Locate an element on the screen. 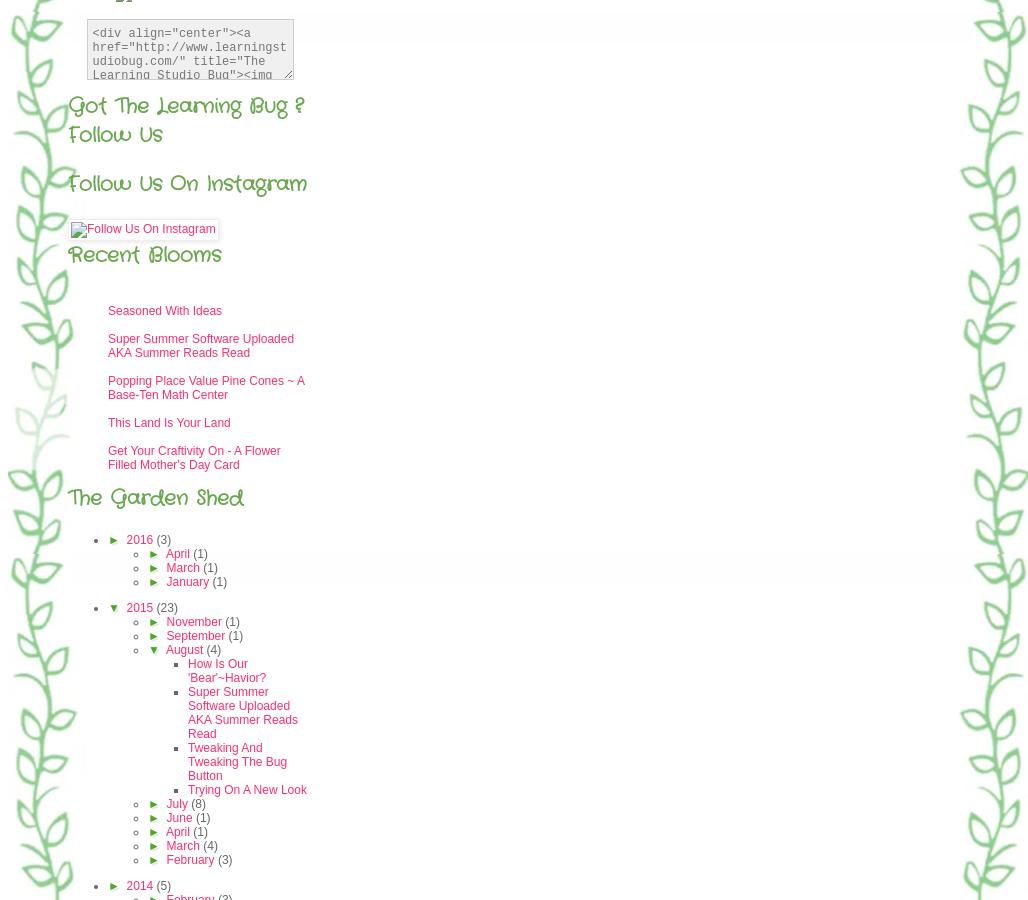 The image size is (1028, 900). 'Tweaking And Tweaking The Bug Button' is located at coordinates (188, 760).